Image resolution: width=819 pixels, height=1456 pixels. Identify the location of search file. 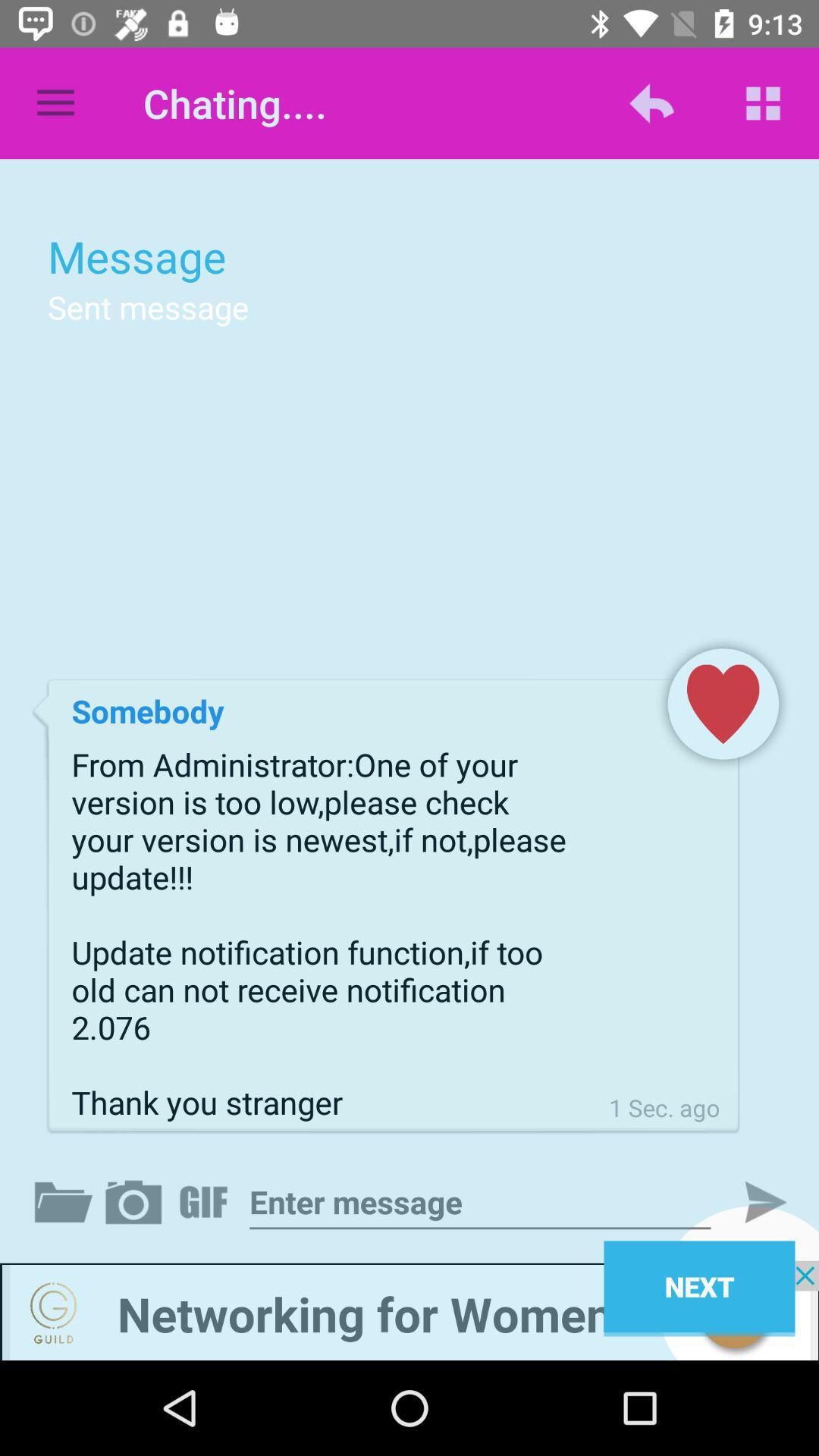
(66, 1201).